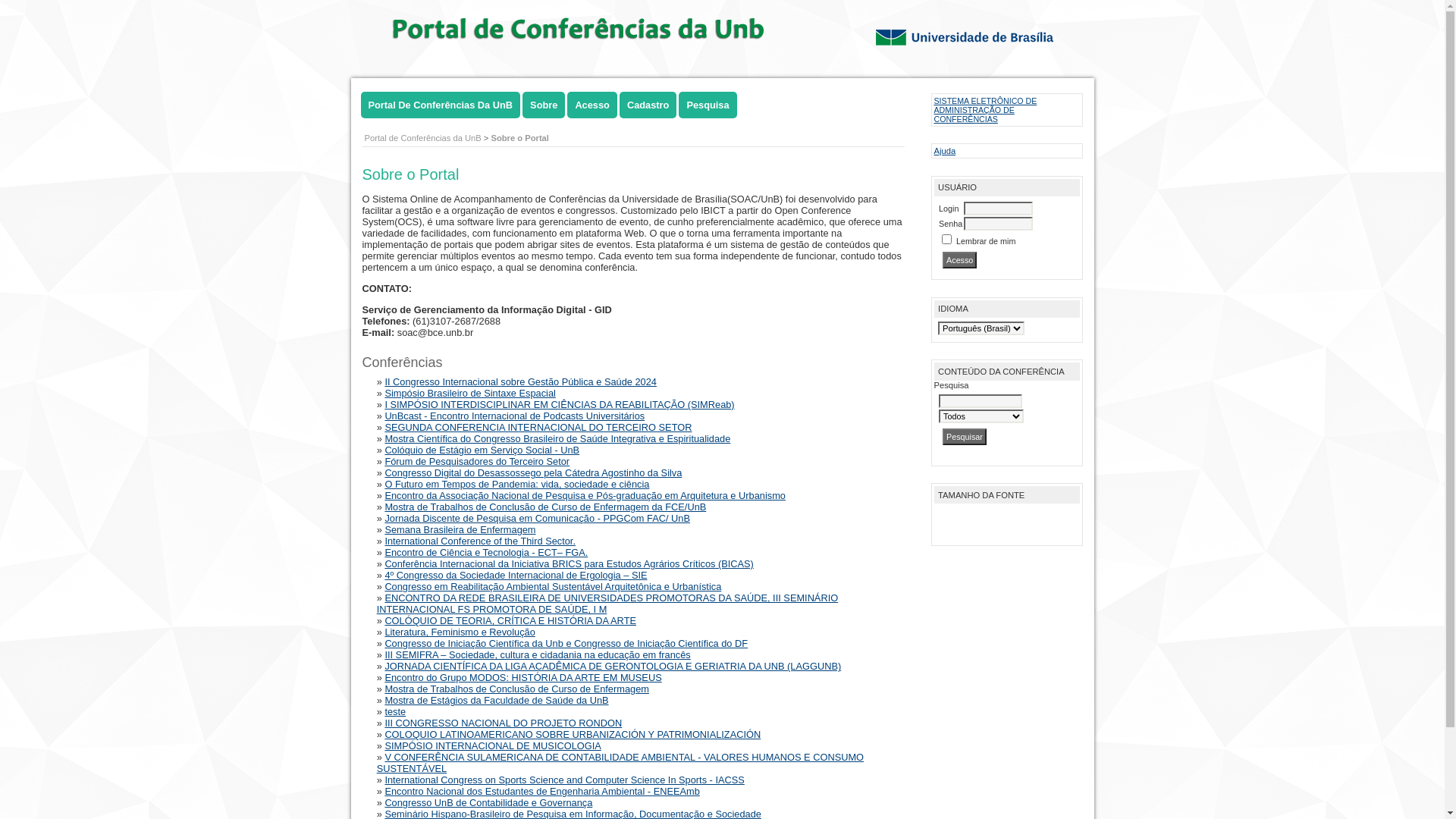 The height and width of the screenshot is (819, 1456). Describe the element at coordinates (459, 529) in the screenshot. I see `'Semana Brasileira de Enfermagem'` at that location.